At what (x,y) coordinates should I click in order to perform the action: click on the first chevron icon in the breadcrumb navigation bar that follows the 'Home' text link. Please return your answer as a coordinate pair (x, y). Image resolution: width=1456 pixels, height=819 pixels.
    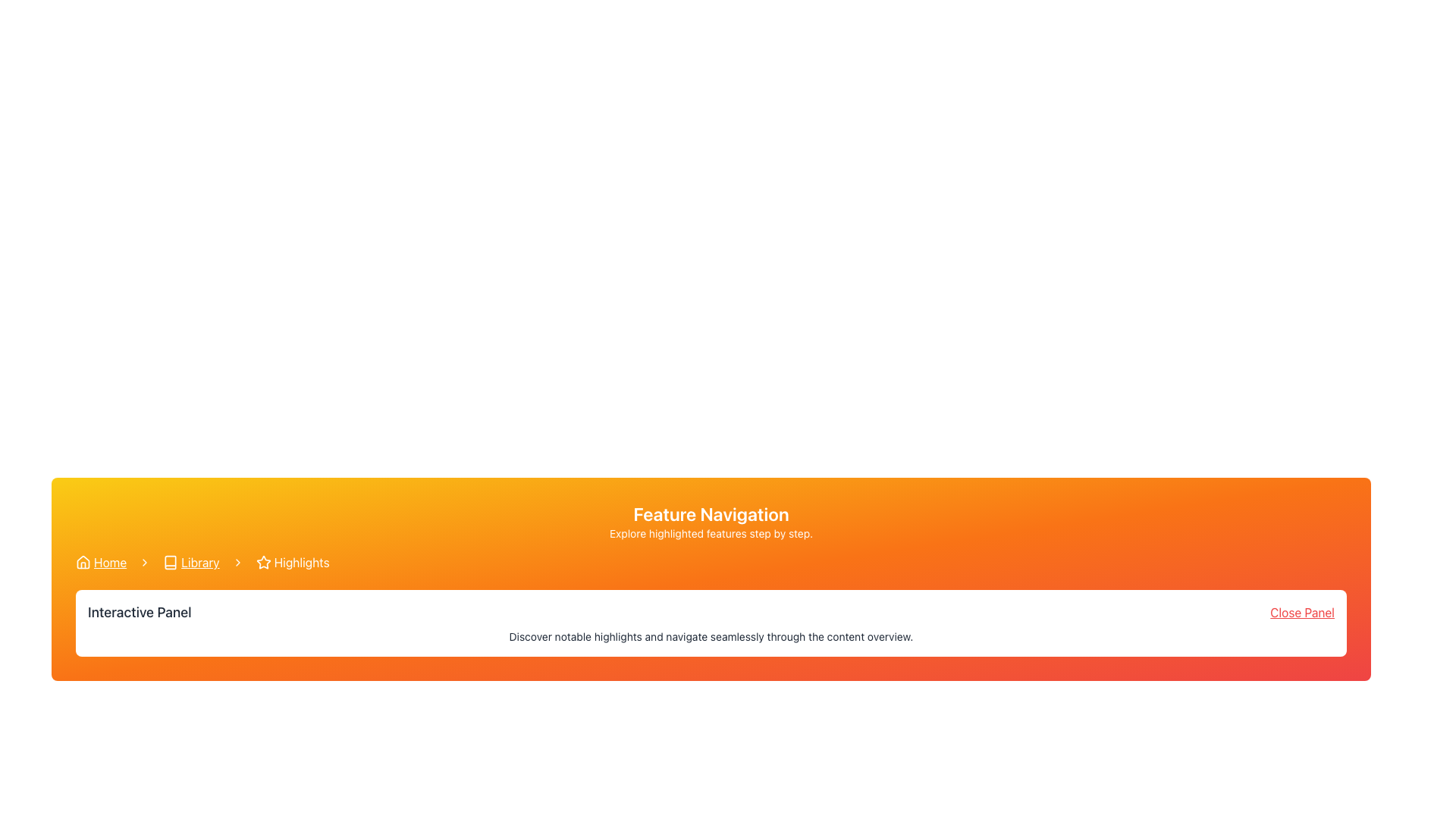
    Looking at the image, I should click on (145, 562).